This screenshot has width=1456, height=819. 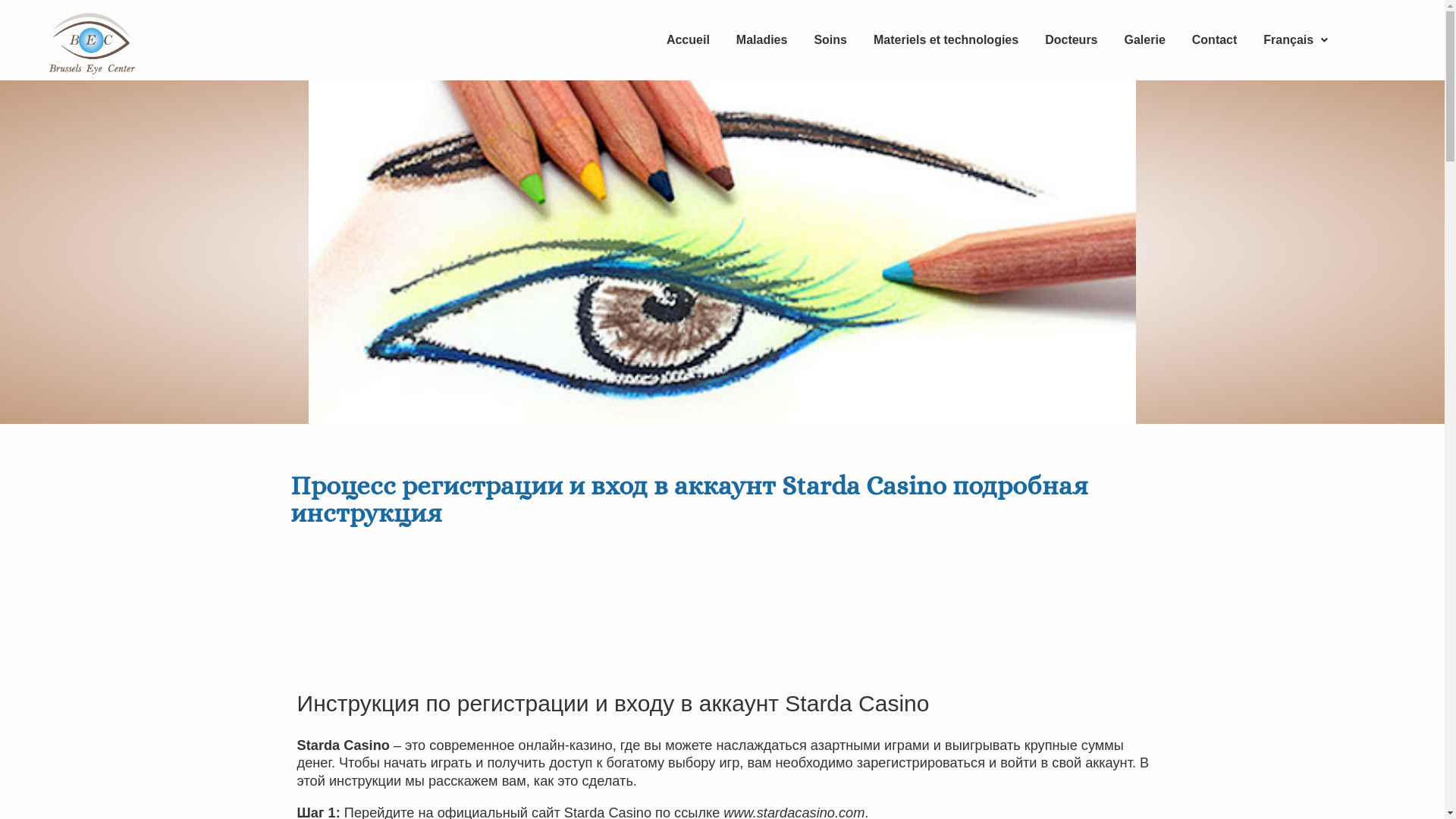 I want to click on 'Materiels et technologies', so click(x=945, y=39).